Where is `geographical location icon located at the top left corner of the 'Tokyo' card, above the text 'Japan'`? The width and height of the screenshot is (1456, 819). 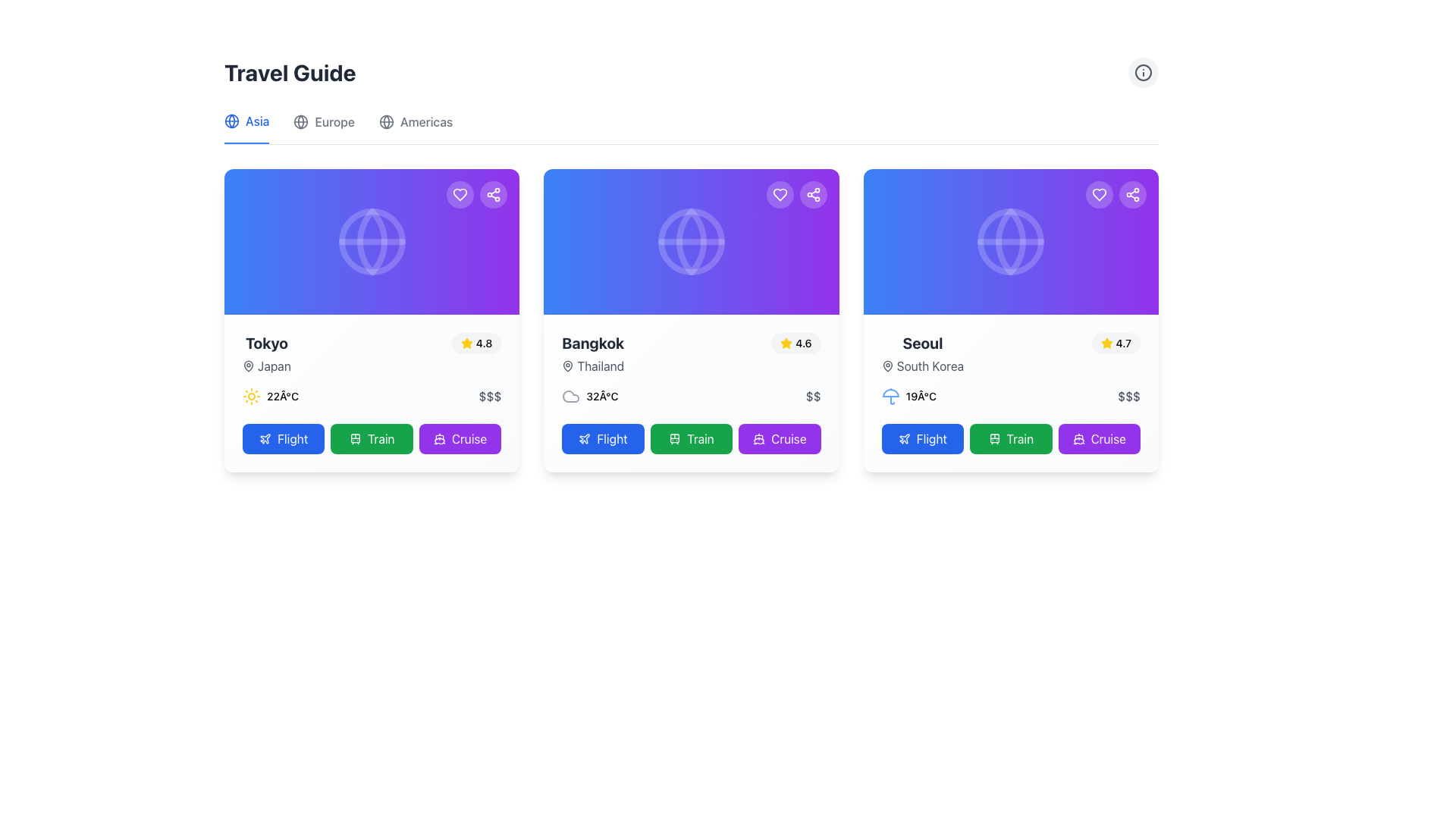
geographical location icon located at the top left corner of the 'Tokyo' card, above the text 'Japan' is located at coordinates (248, 366).